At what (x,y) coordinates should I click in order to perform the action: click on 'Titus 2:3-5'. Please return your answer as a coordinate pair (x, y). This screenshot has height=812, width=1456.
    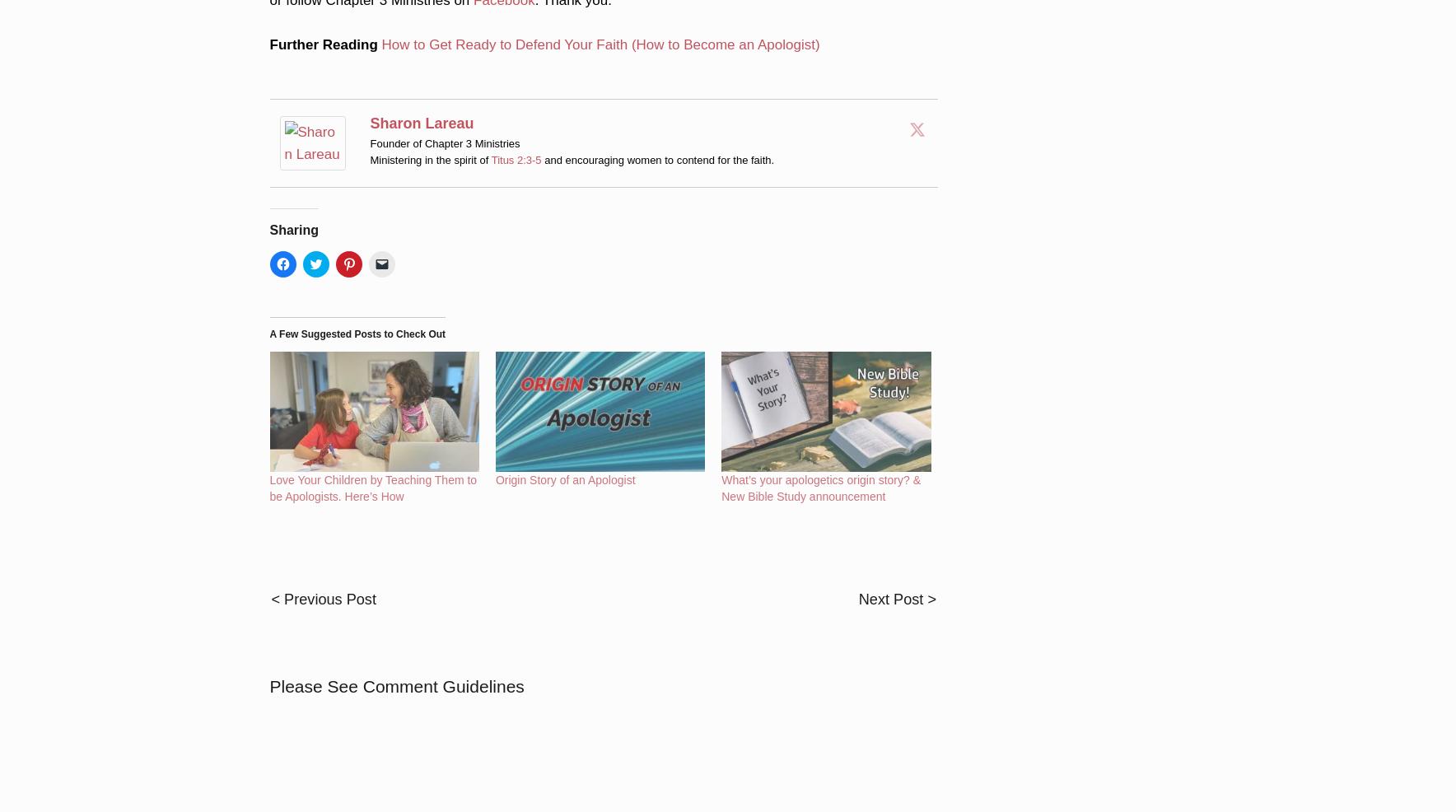
    Looking at the image, I should click on (515, 136).